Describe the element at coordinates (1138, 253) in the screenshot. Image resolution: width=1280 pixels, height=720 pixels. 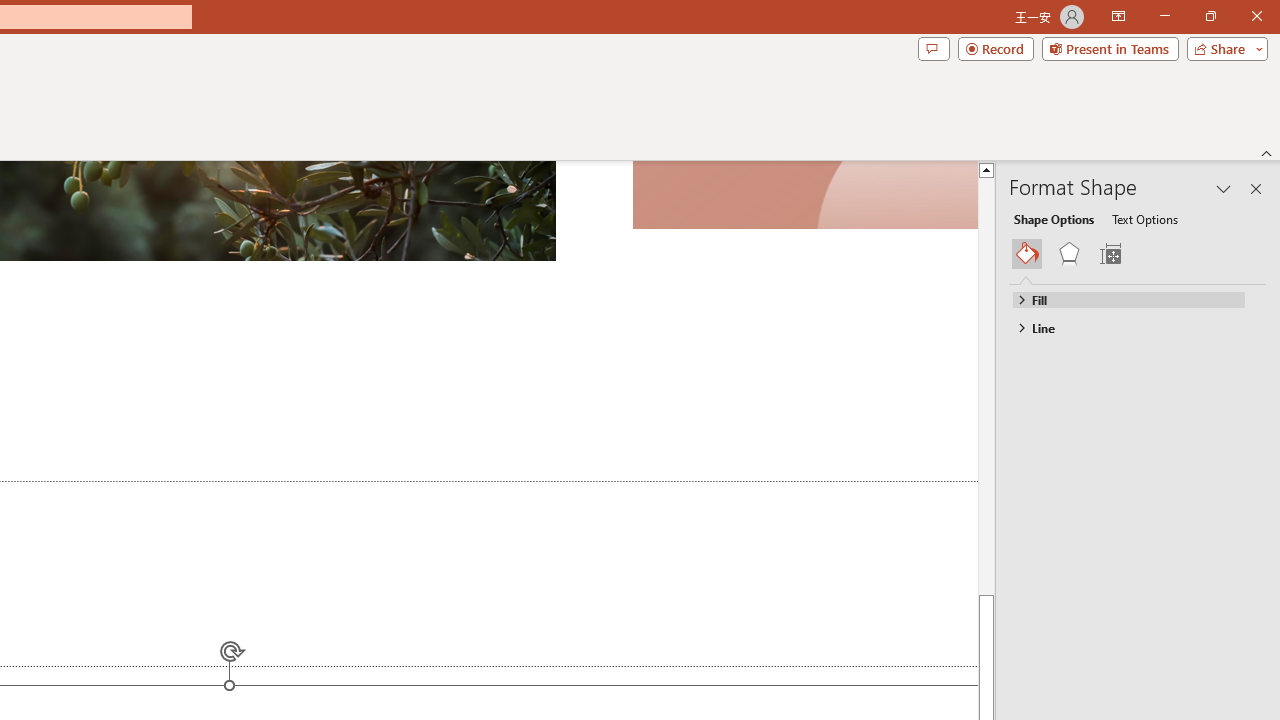
I see `'Class: NetUIGalleryContainer'` at that location.